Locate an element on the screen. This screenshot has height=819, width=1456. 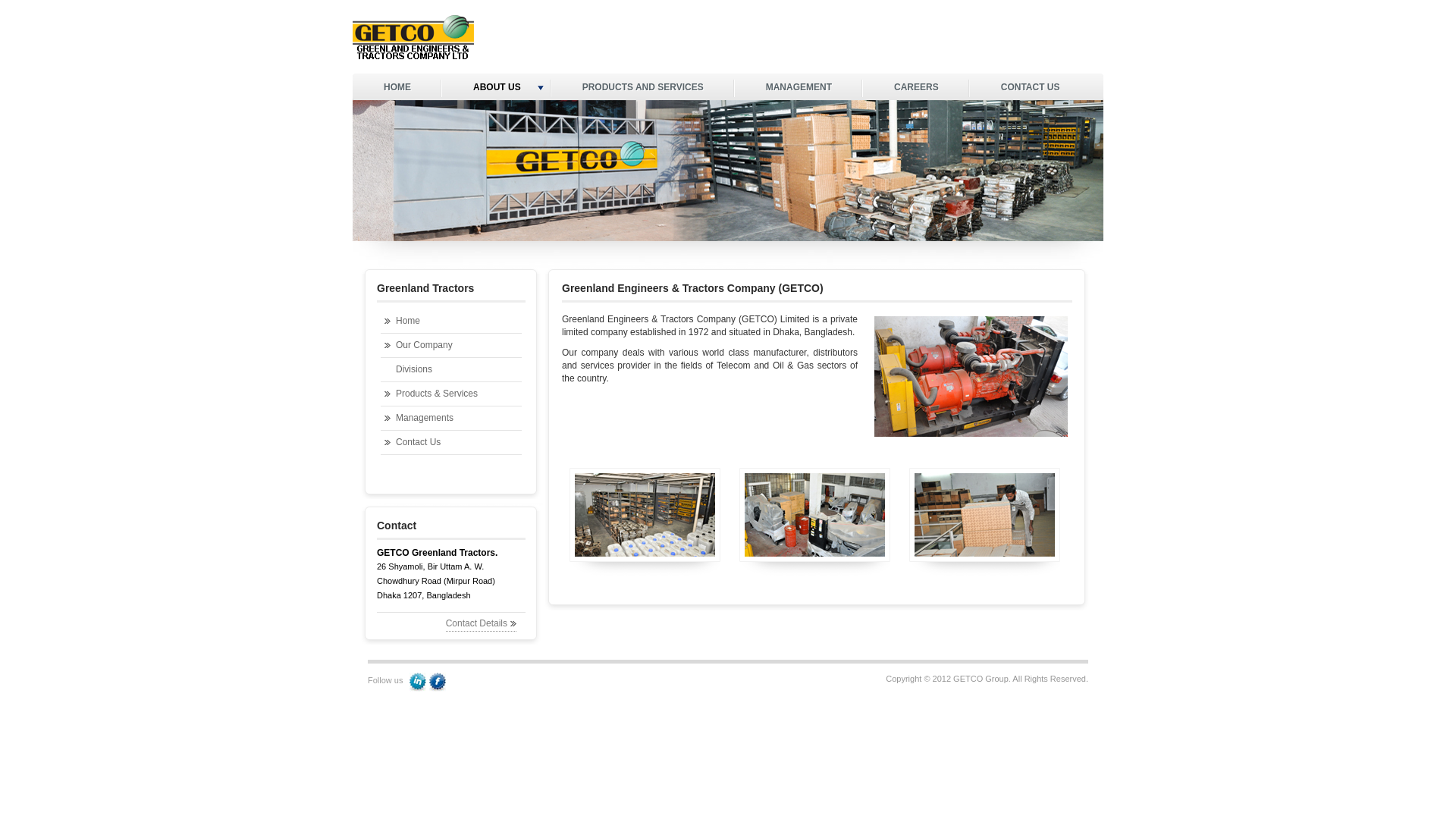
'Divisions' is located at coordinates (450, 369).